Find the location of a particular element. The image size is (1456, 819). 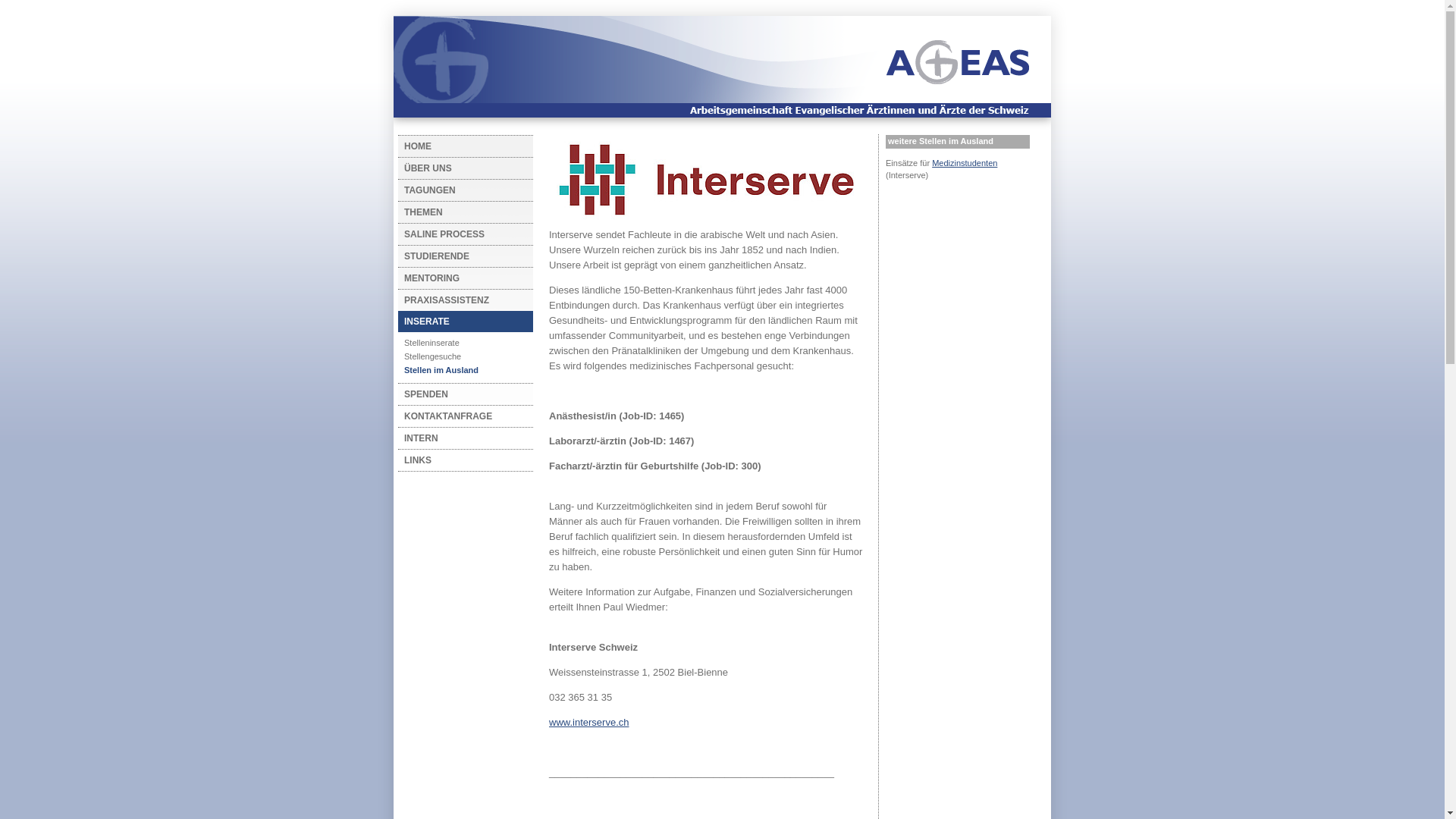

'INTERN' is located at coordinates (460, 438).